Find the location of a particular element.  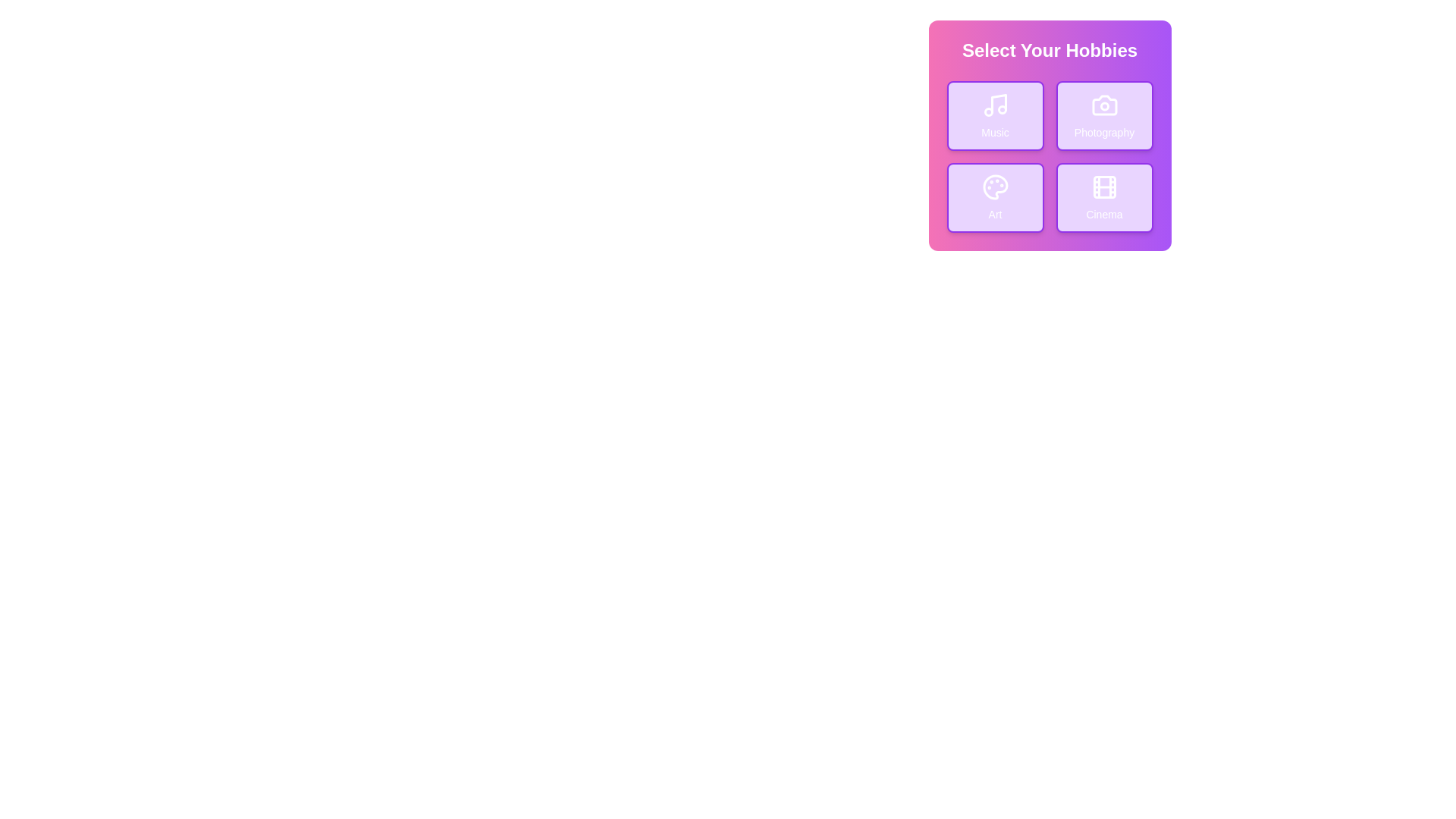

the Cinema button to toggle its selection state is located at coordinates (1104, 197).